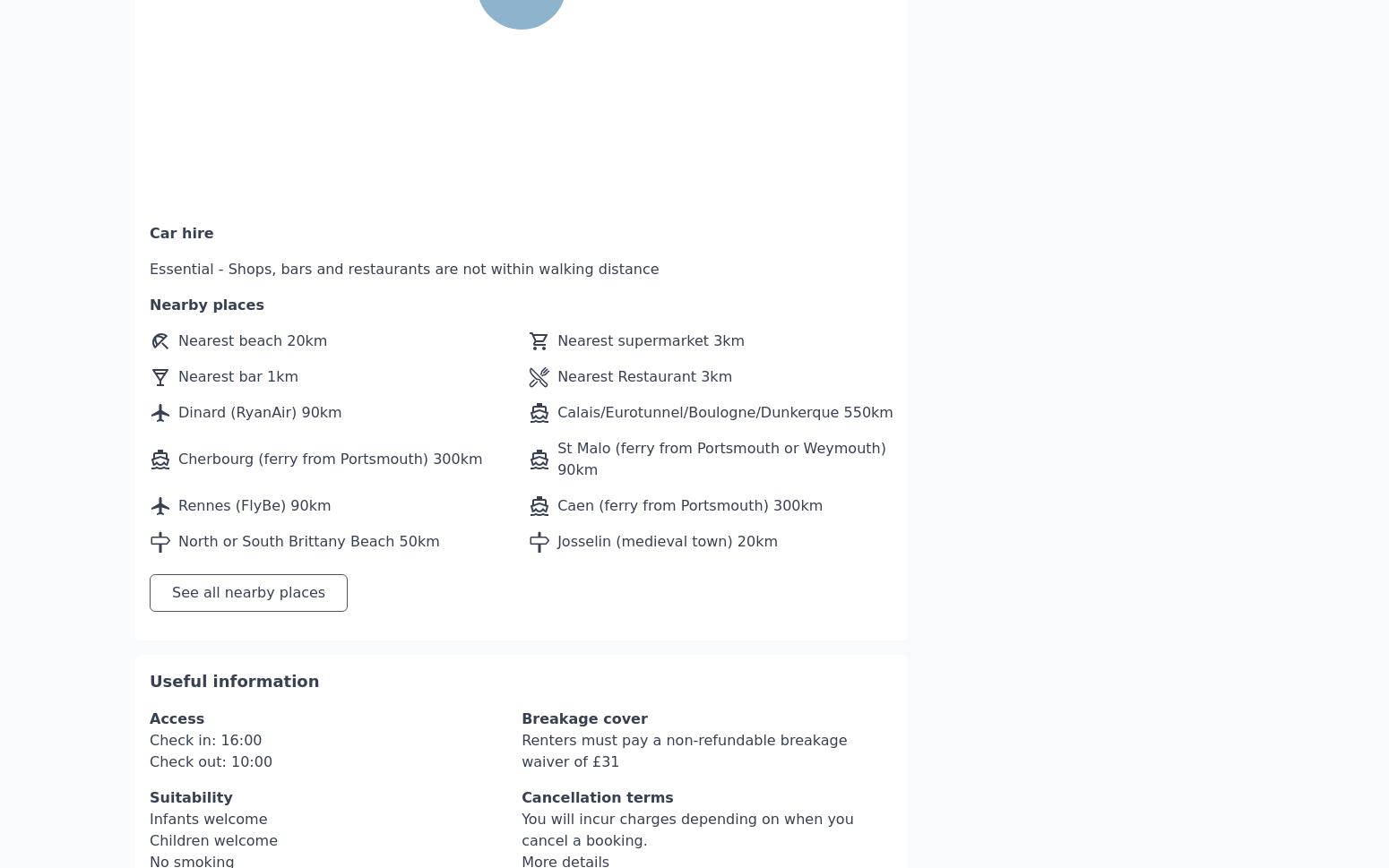 This screenshot has width=1389, height=868. I want to click on 'Nearest beach', so click(232, 286).